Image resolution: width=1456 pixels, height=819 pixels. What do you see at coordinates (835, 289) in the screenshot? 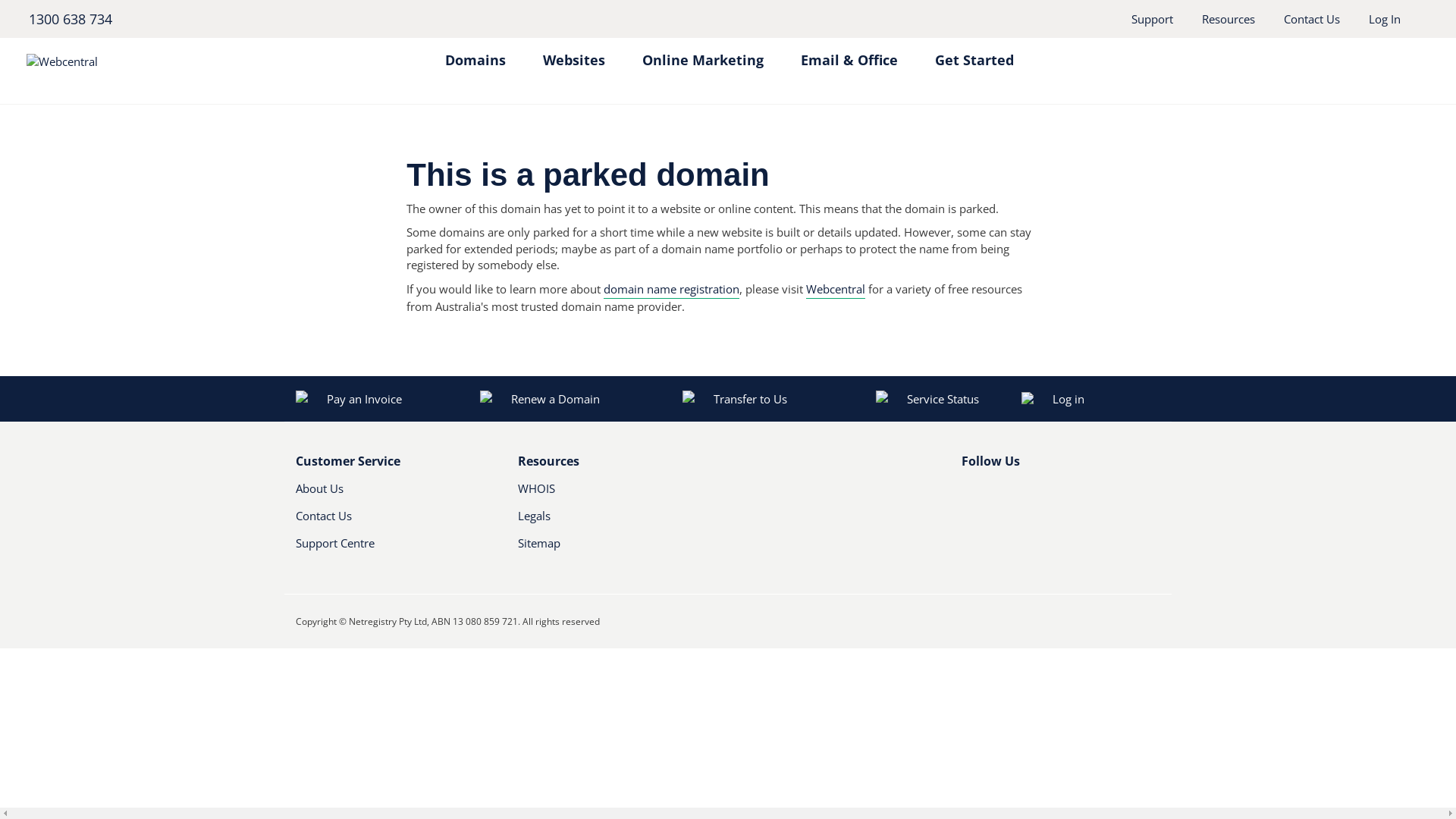
I see `'Webcentral'` at bounding box center [835, 289].